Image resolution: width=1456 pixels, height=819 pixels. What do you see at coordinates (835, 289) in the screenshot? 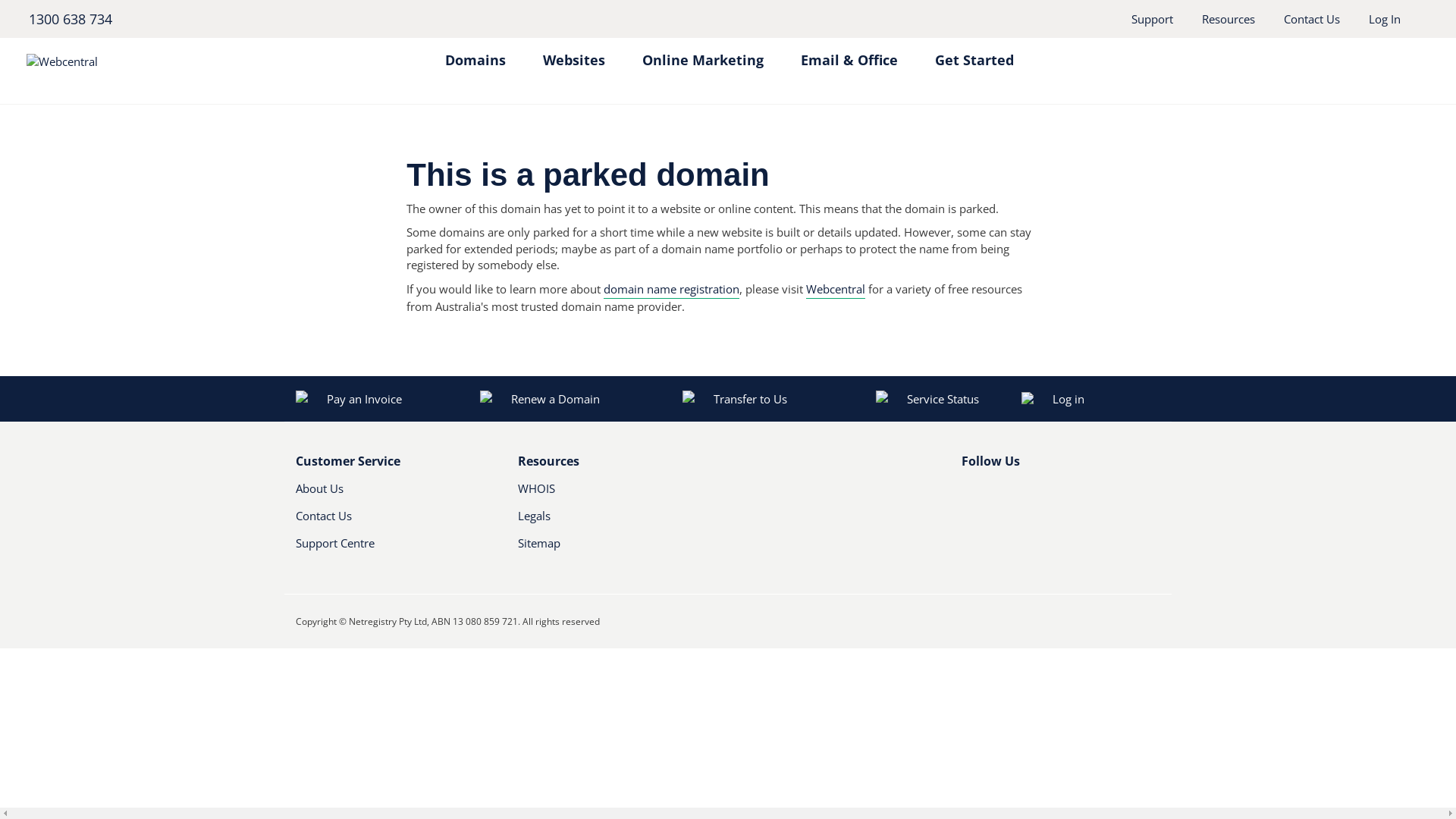
I see `'Webcentral'` at bounding box center [835, 289].